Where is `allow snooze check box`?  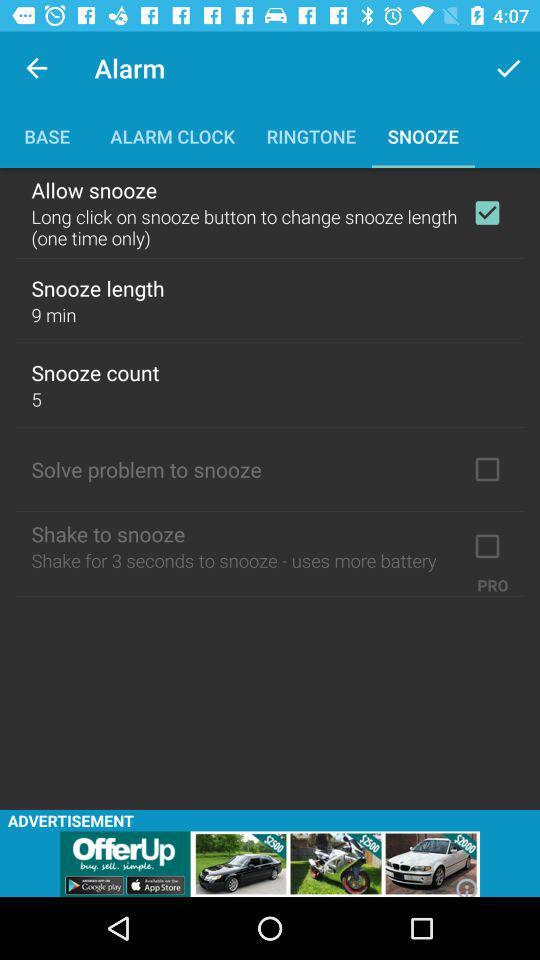
allow snooze check box is located at coordinates (486, 213).